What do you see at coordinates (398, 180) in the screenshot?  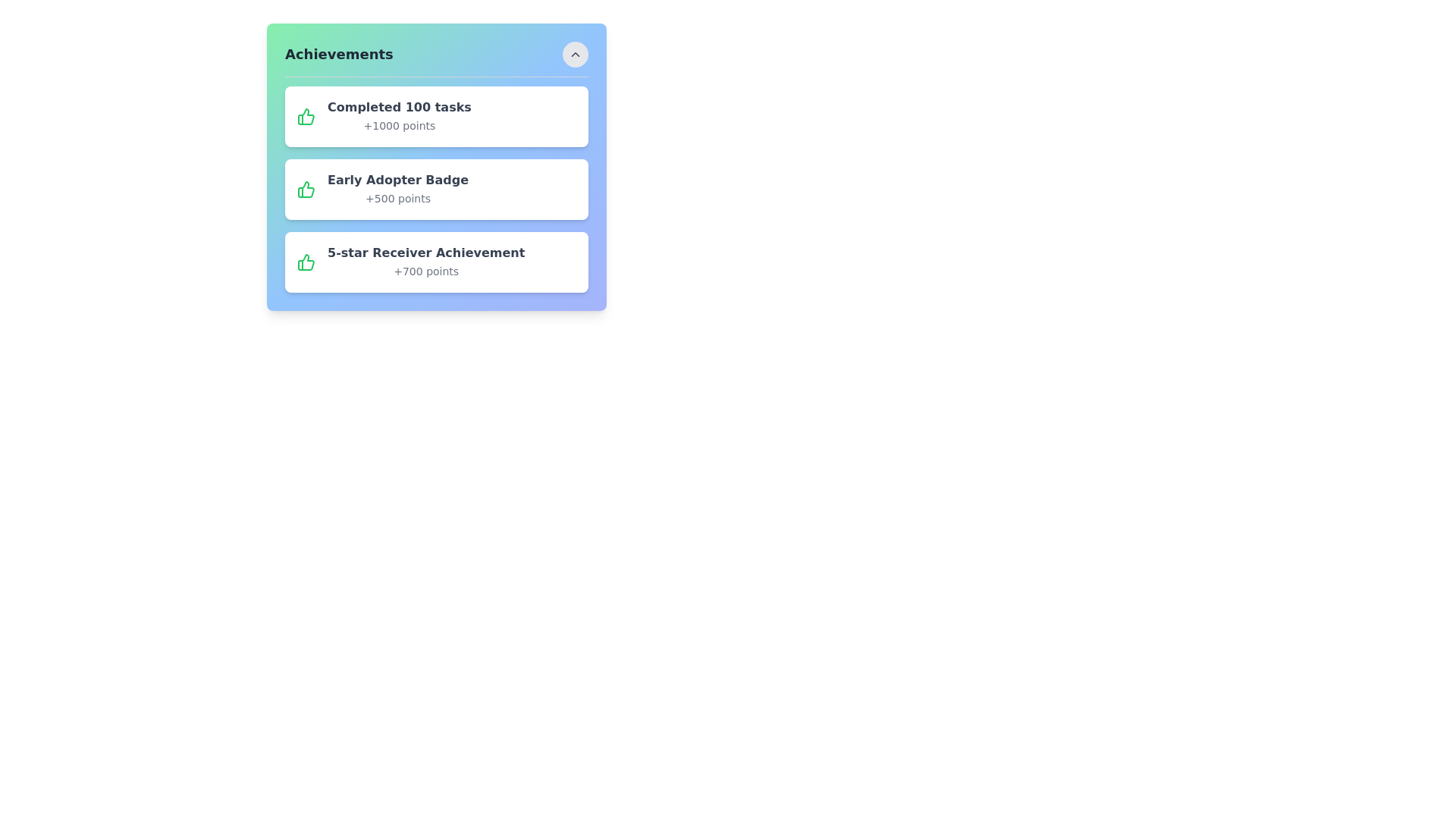 I see `the 'Early Adopter Badge' text label, which is located at the top of the second achievement card, above the '+500 points' text` at bounding box center [398, 180].